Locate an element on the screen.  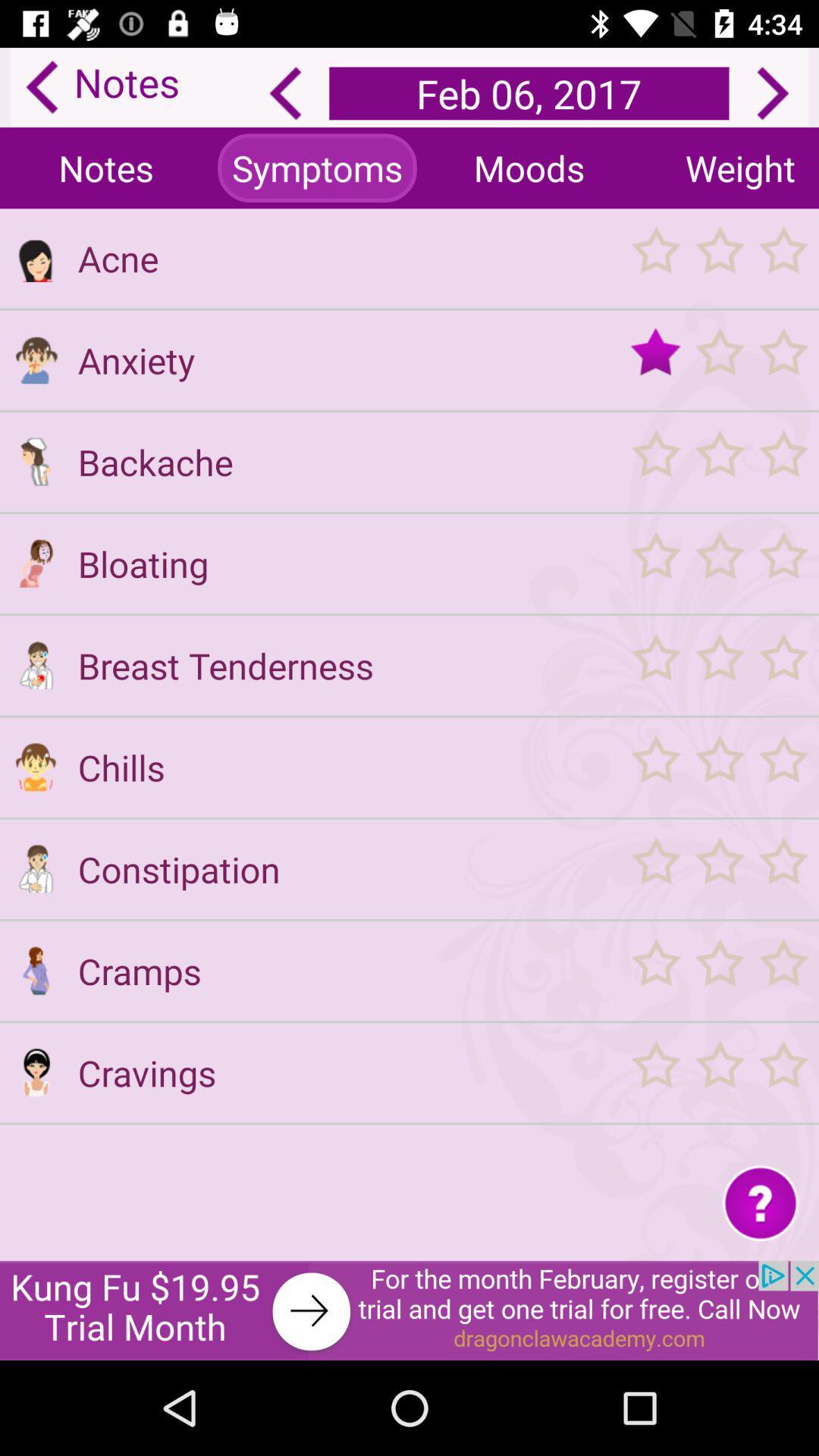
banner advertisement is located at coordinates (409, 1310).